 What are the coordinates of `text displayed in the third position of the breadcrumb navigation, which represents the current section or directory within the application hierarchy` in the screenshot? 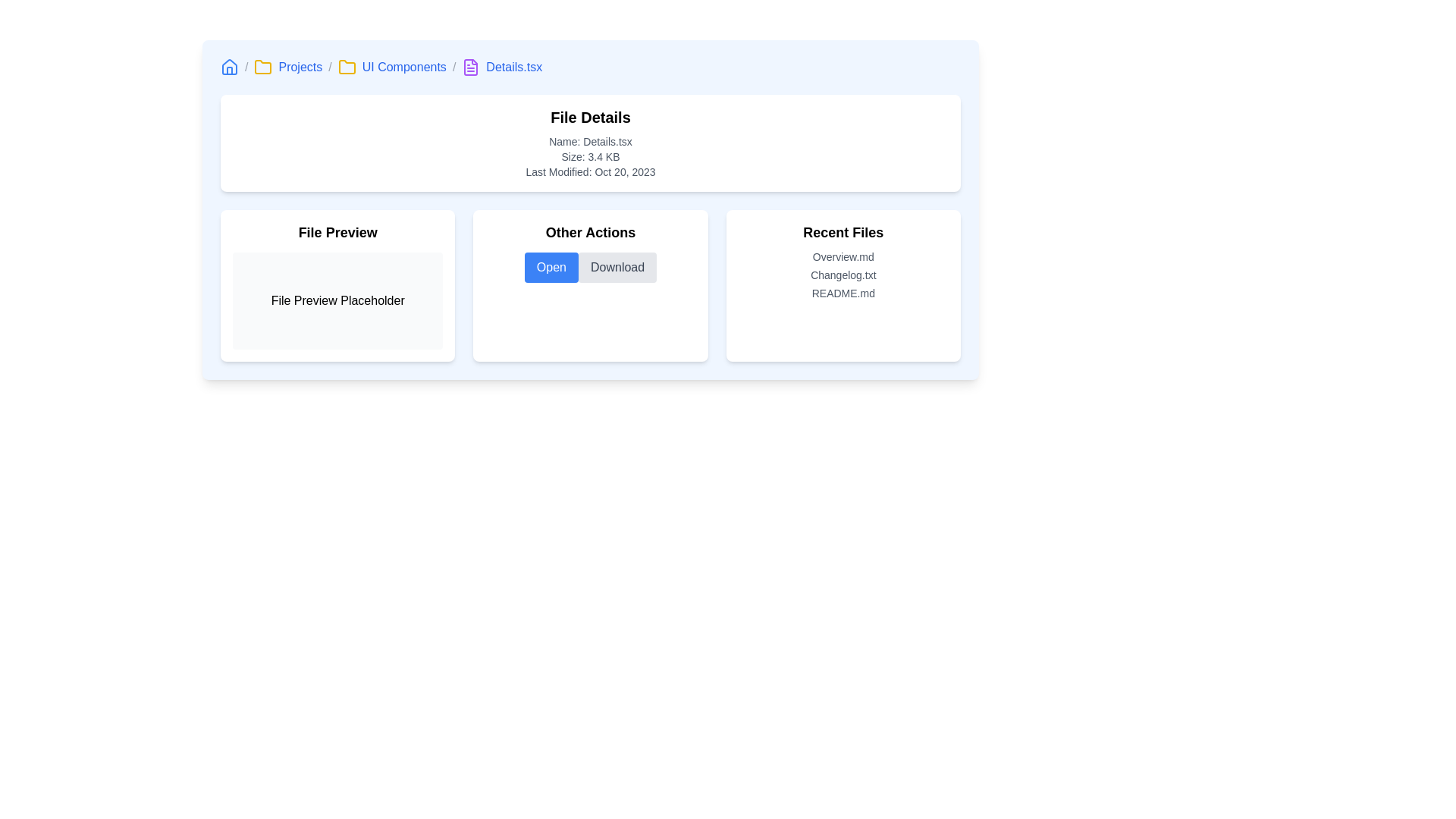 It's located at (404, 66).